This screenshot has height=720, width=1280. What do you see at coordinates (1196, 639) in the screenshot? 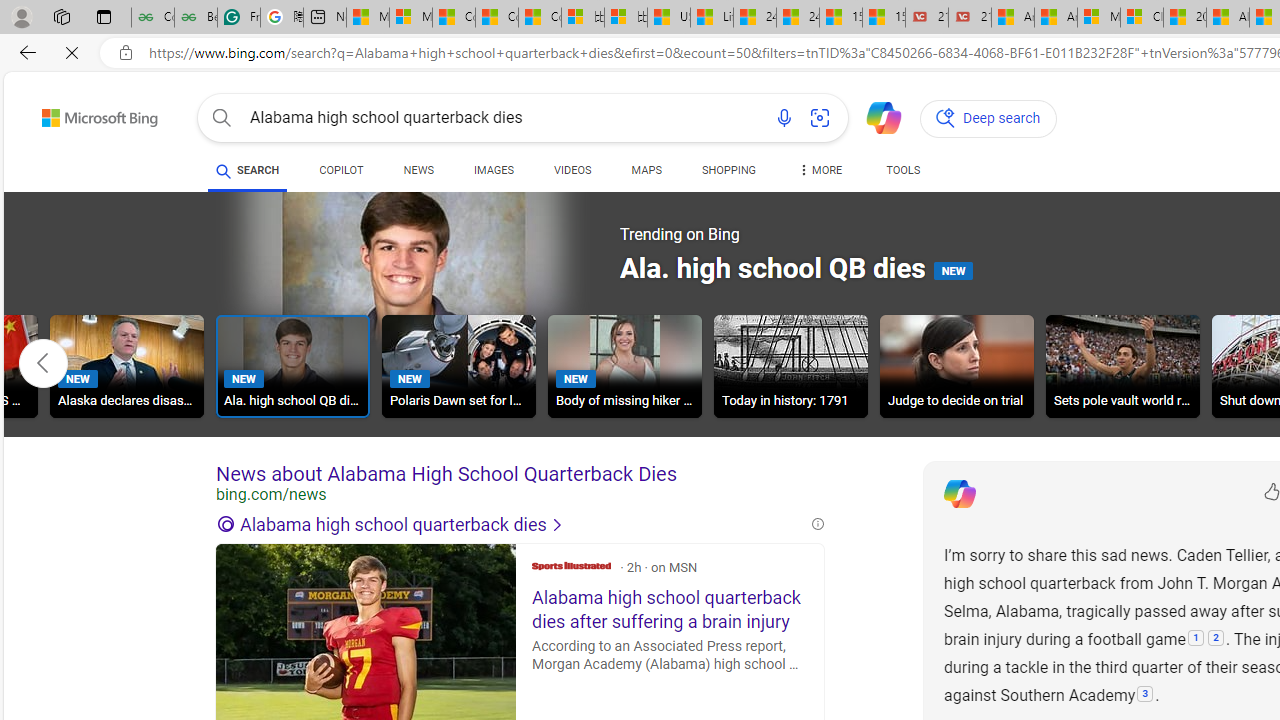
I see `'1: '` at bounding box center [1196, 639].